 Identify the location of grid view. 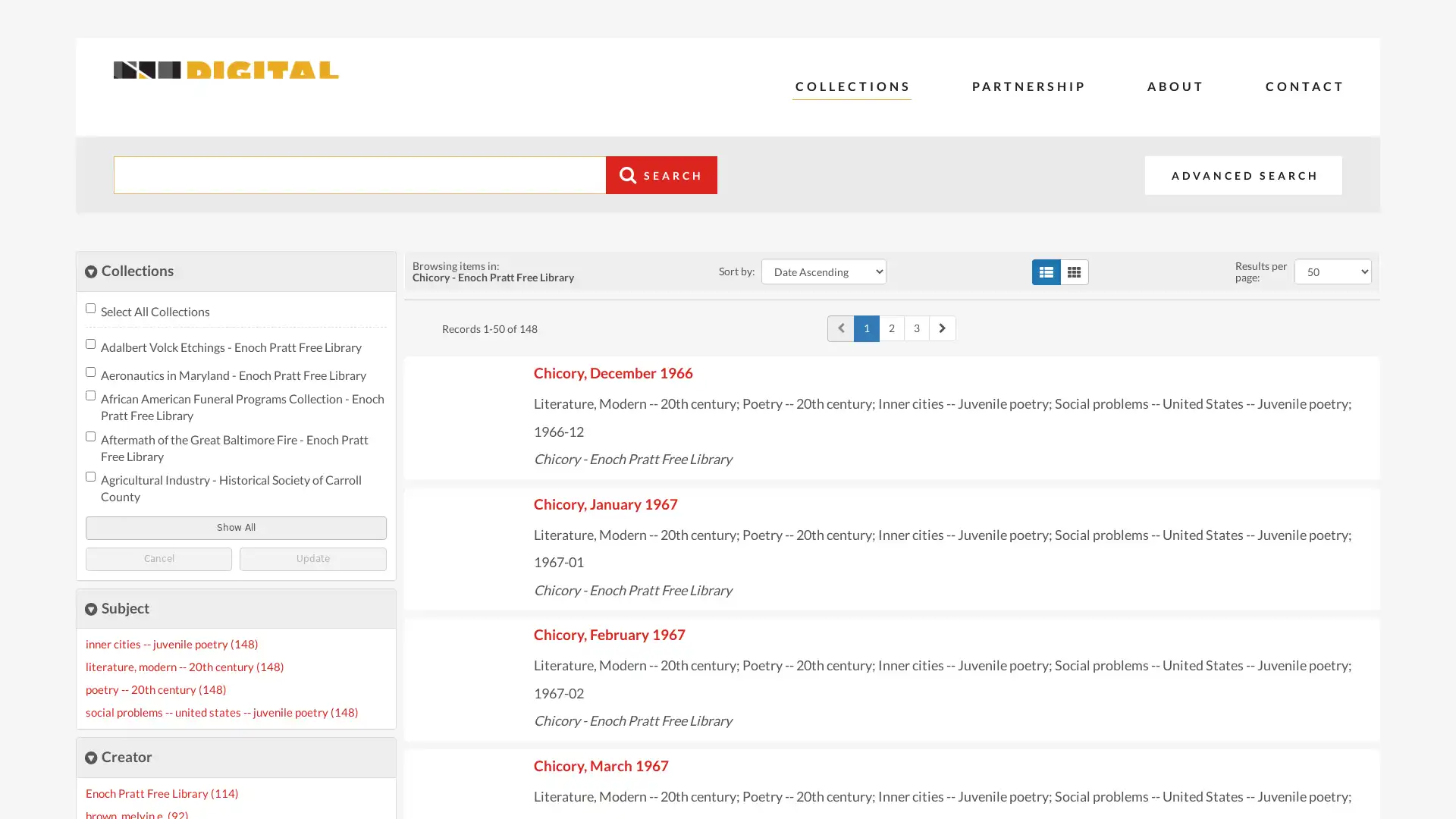
(1073, 271).